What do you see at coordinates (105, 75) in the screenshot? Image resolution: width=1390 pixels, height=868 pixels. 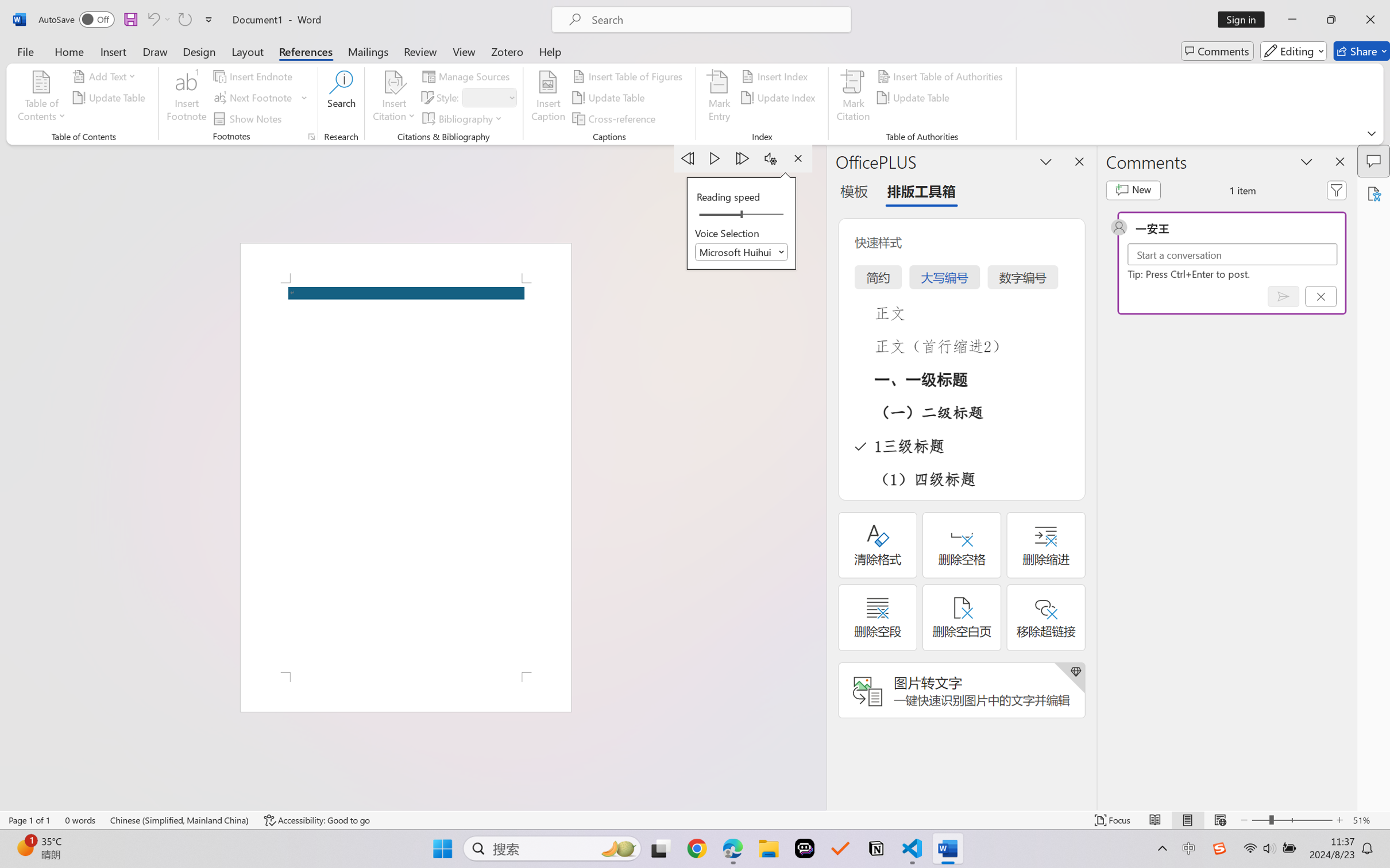 I see `'Add Text'` at bounding box center [105, 75].